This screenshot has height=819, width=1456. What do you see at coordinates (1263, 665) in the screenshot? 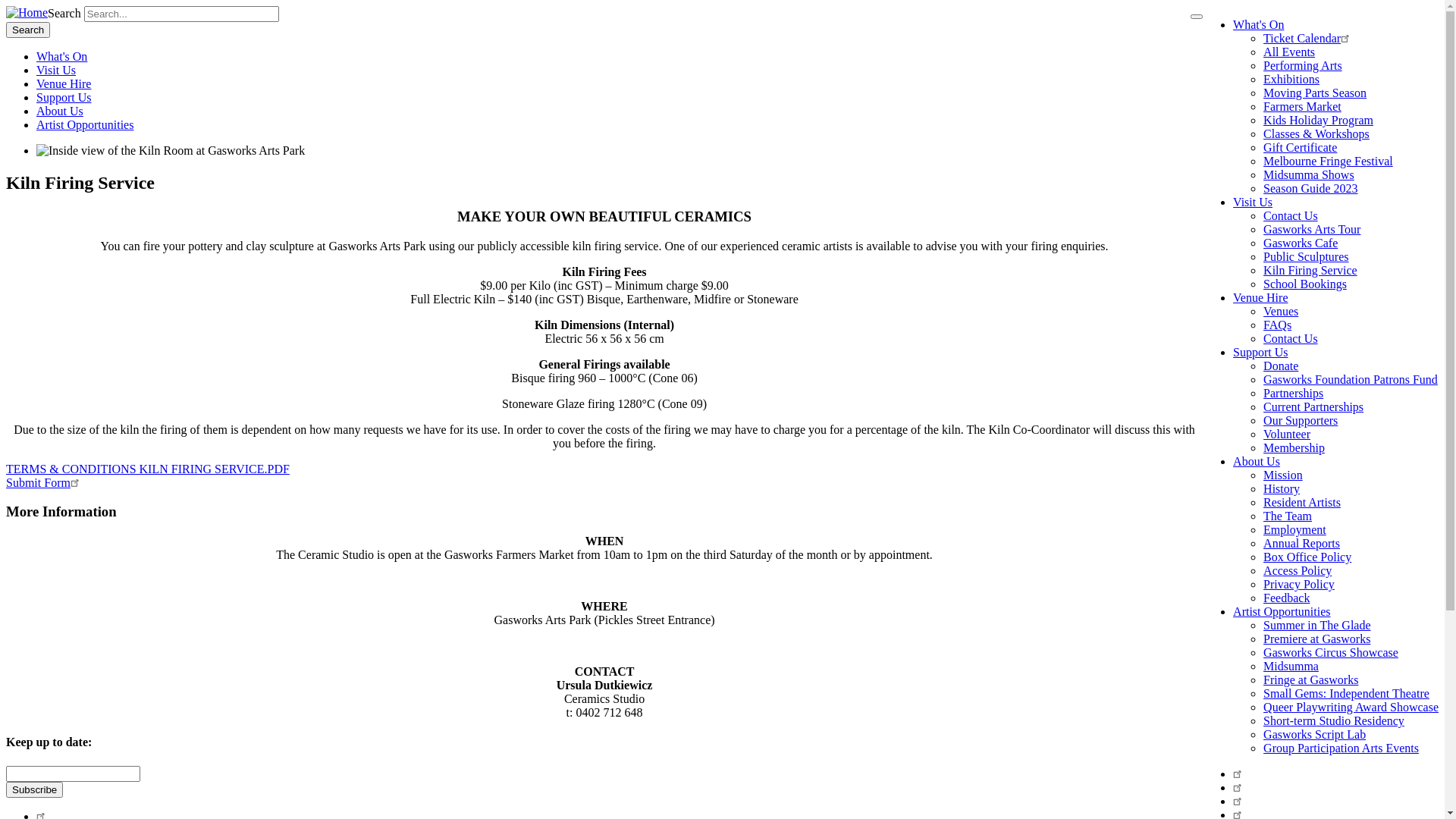
I see `'Midsumma'` at bounding box center [1263, 665].